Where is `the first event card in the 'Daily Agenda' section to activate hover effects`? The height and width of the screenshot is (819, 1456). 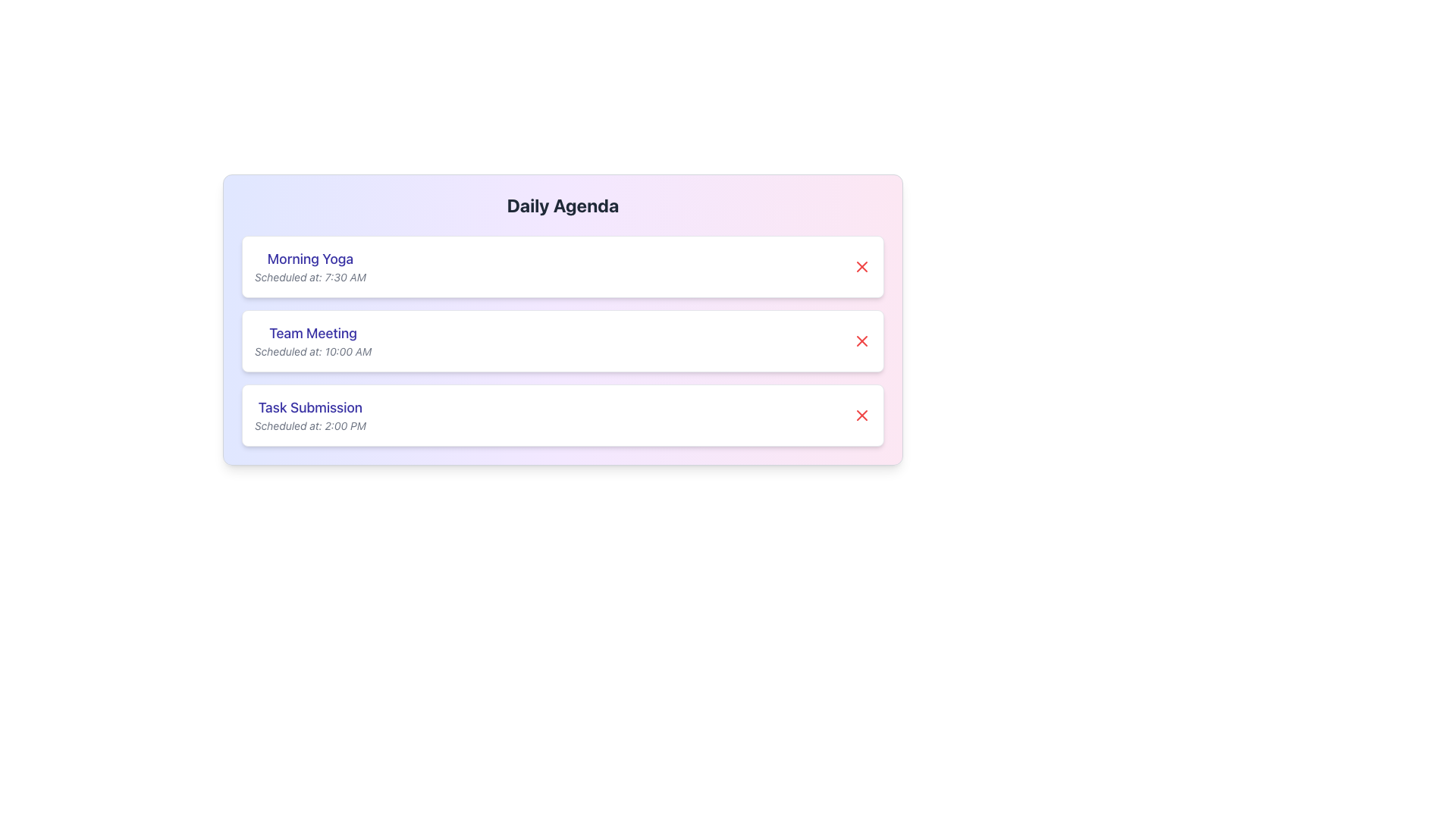 the first event card in the 'Daily Agenda' section to activate hover effects is located at coordinates (562, 265).